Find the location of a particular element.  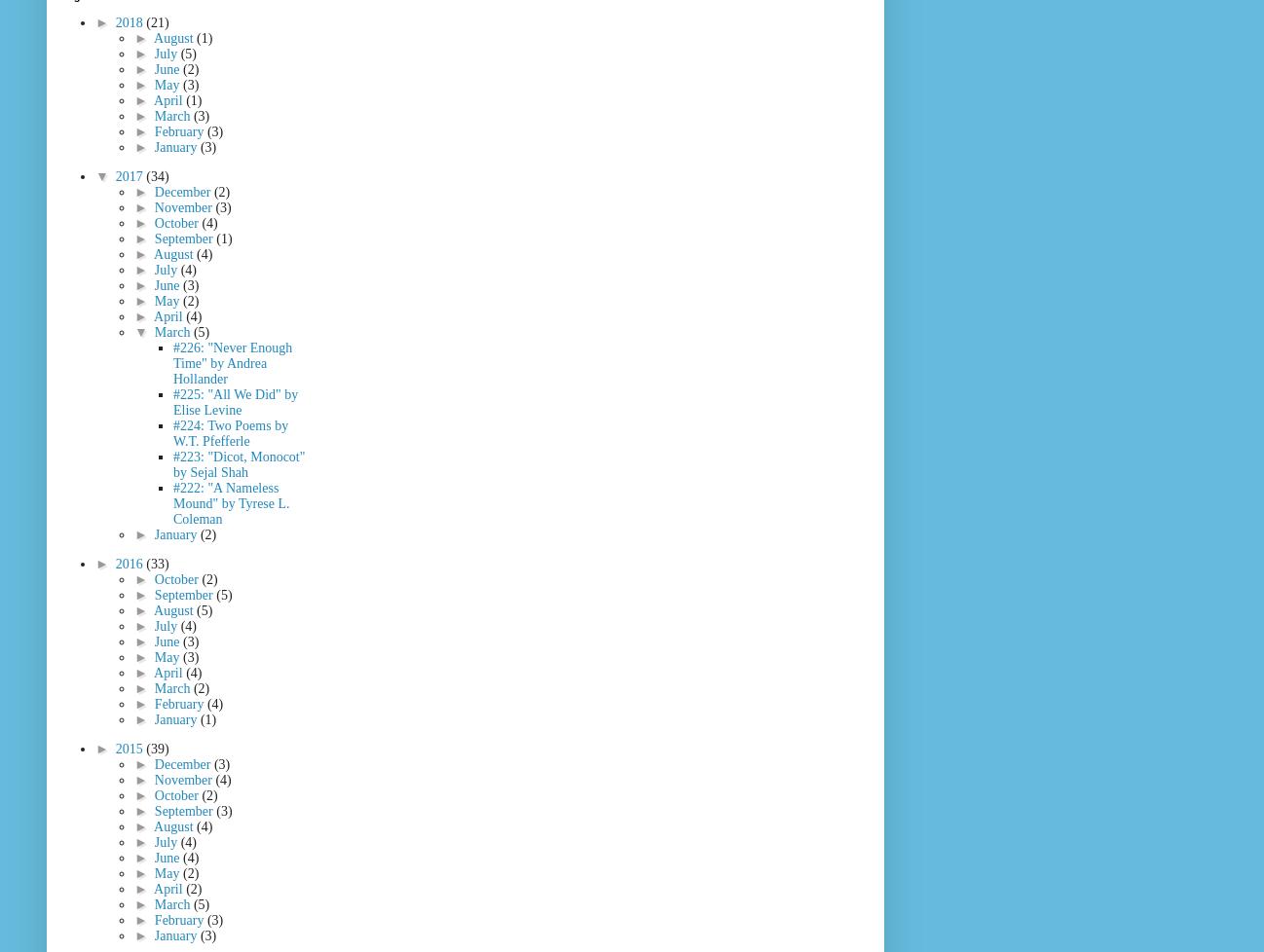

'#224: Two Poems by W.T. Pfefferle' is located at coordinates (231, 432).